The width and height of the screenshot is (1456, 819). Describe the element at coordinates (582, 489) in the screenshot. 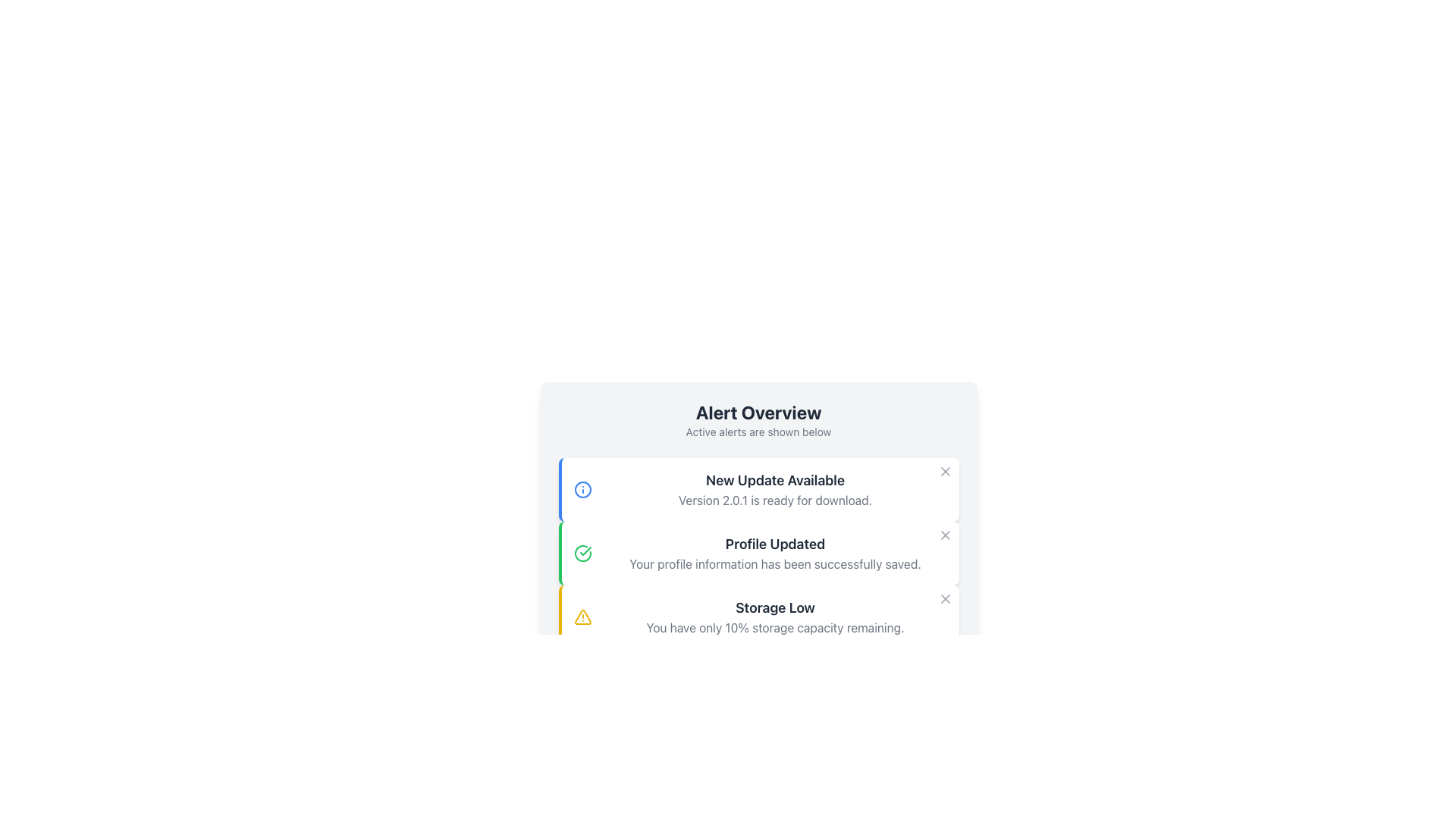

I see `the innermost SVG circle that enhances the visual cue of the notification entry 'New Update Available', which is horizontally aligned with the text and positioned first in the alert list` at that location.